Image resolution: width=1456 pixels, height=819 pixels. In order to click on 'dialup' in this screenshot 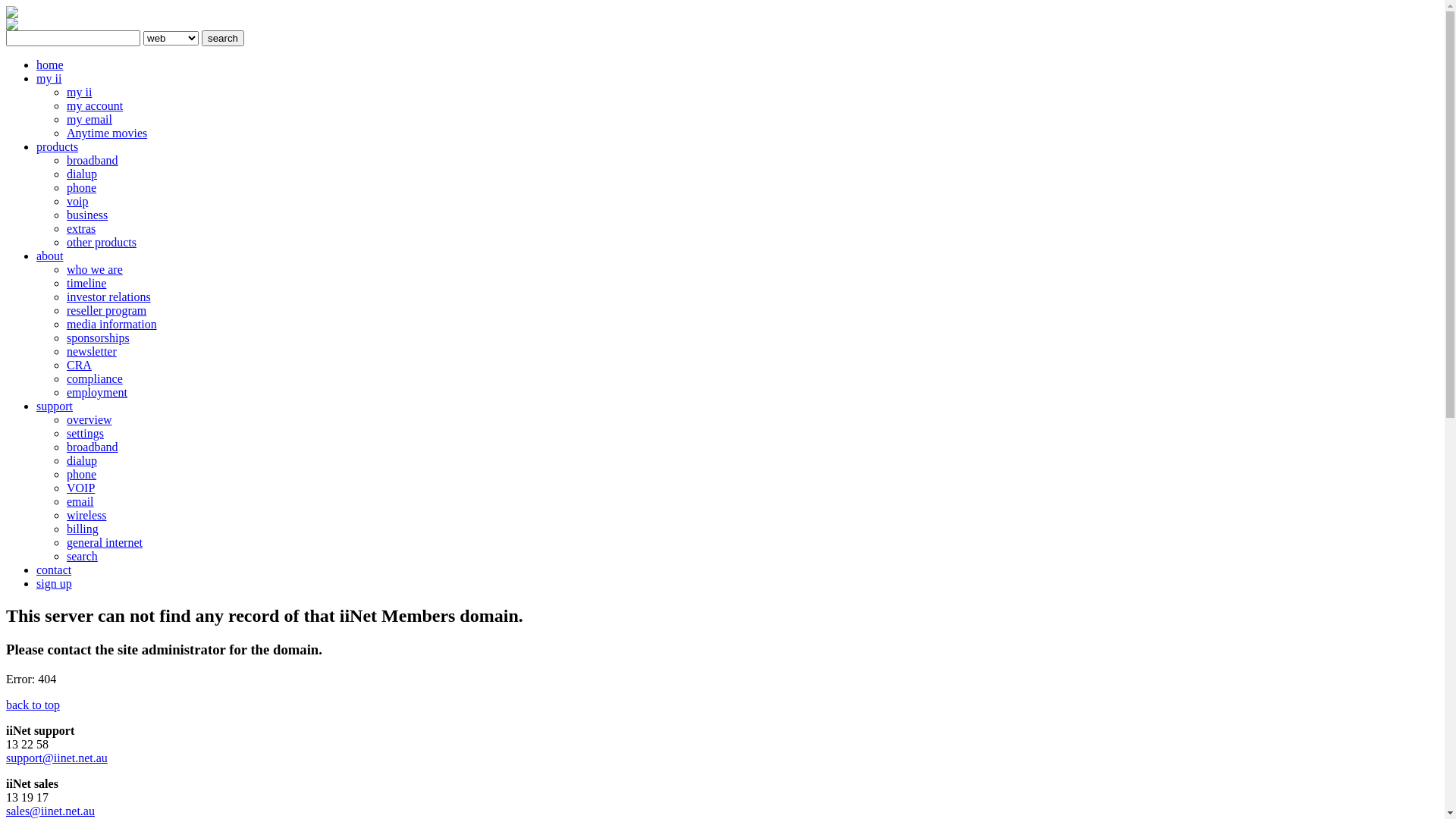, I will do `click(80, 173)`.